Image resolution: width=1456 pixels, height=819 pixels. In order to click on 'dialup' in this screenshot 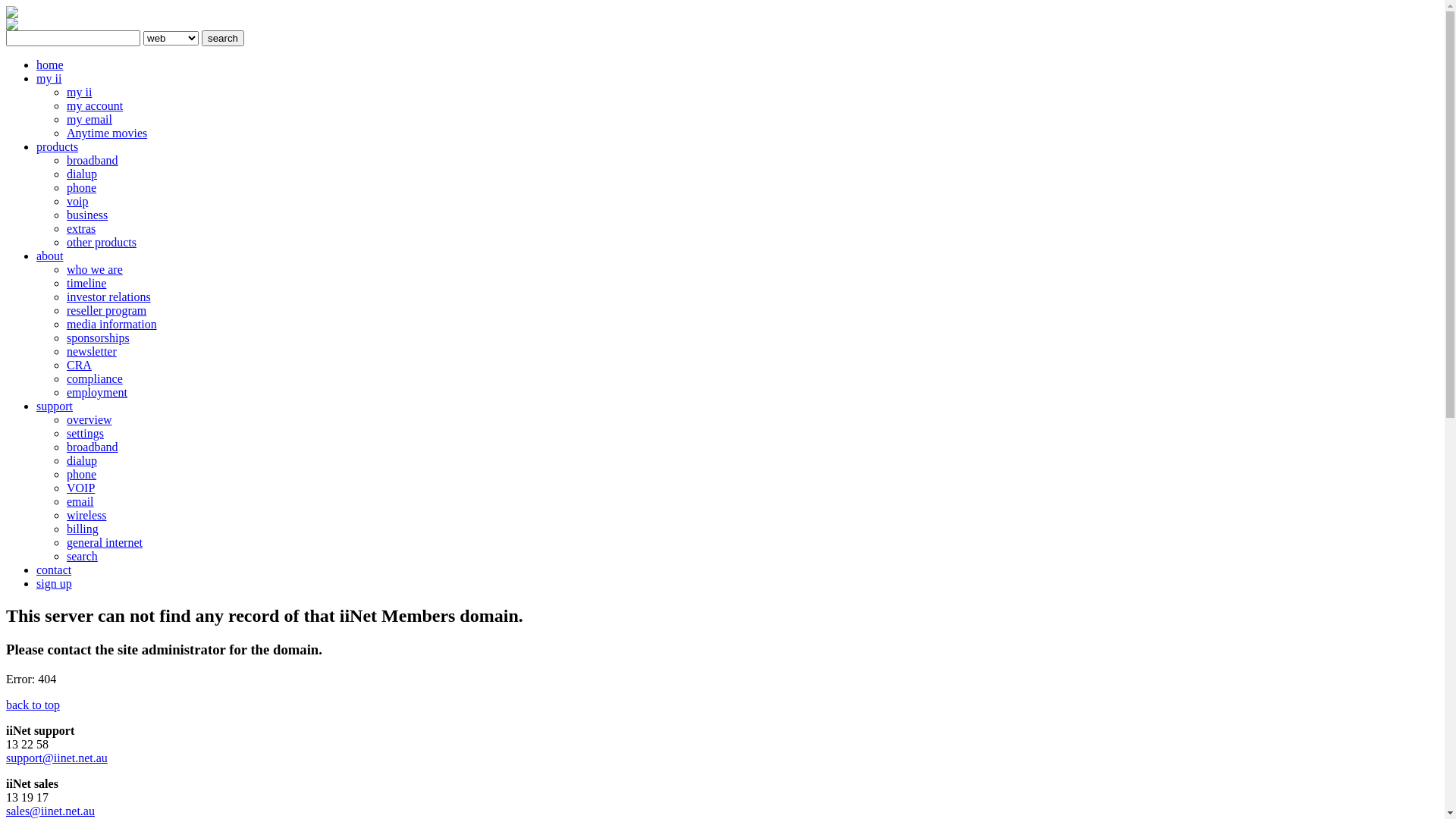, I will do `click(80, 173)`.